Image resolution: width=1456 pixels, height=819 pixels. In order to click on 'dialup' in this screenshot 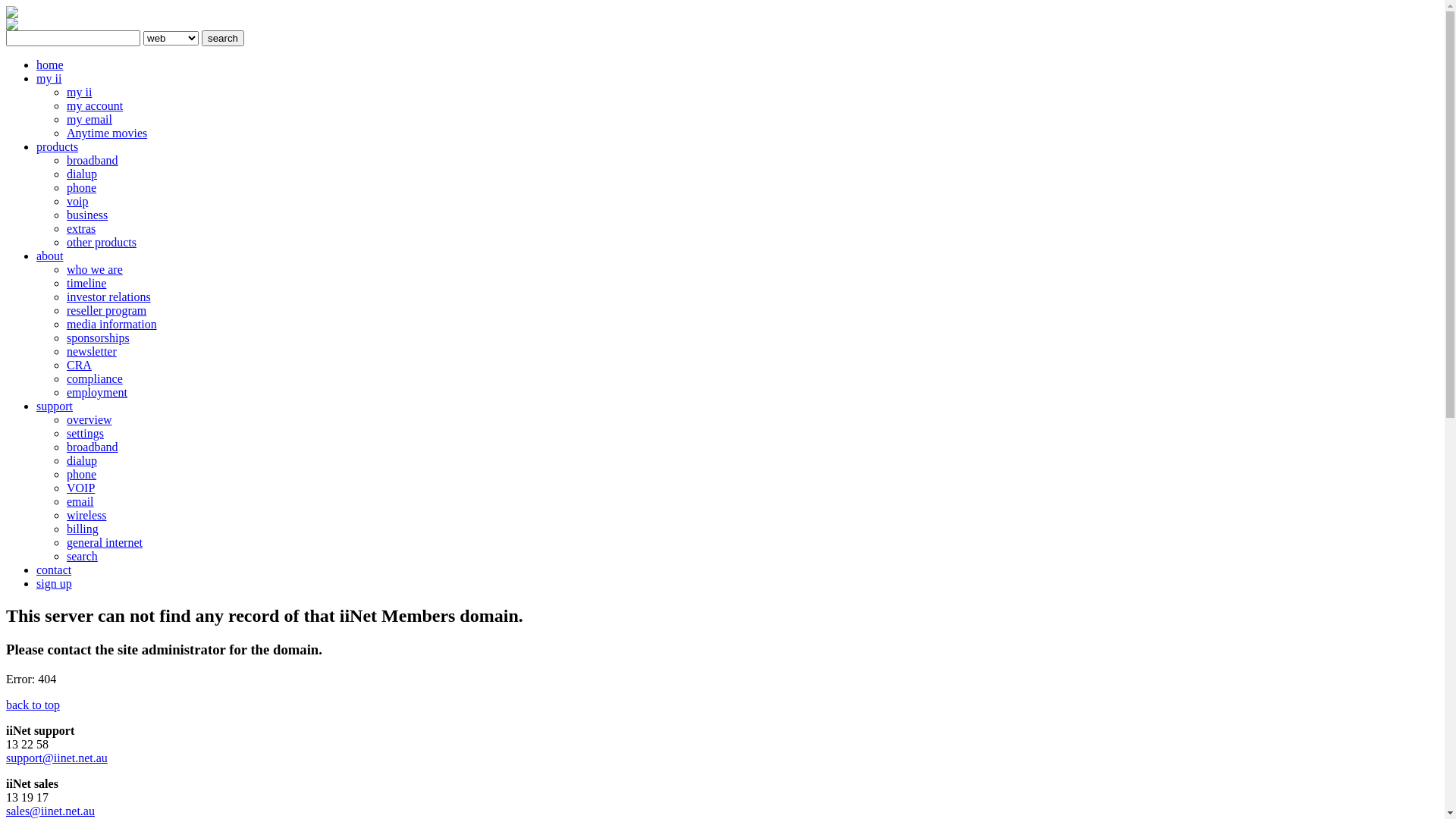, I will do `click(80, 173)`.